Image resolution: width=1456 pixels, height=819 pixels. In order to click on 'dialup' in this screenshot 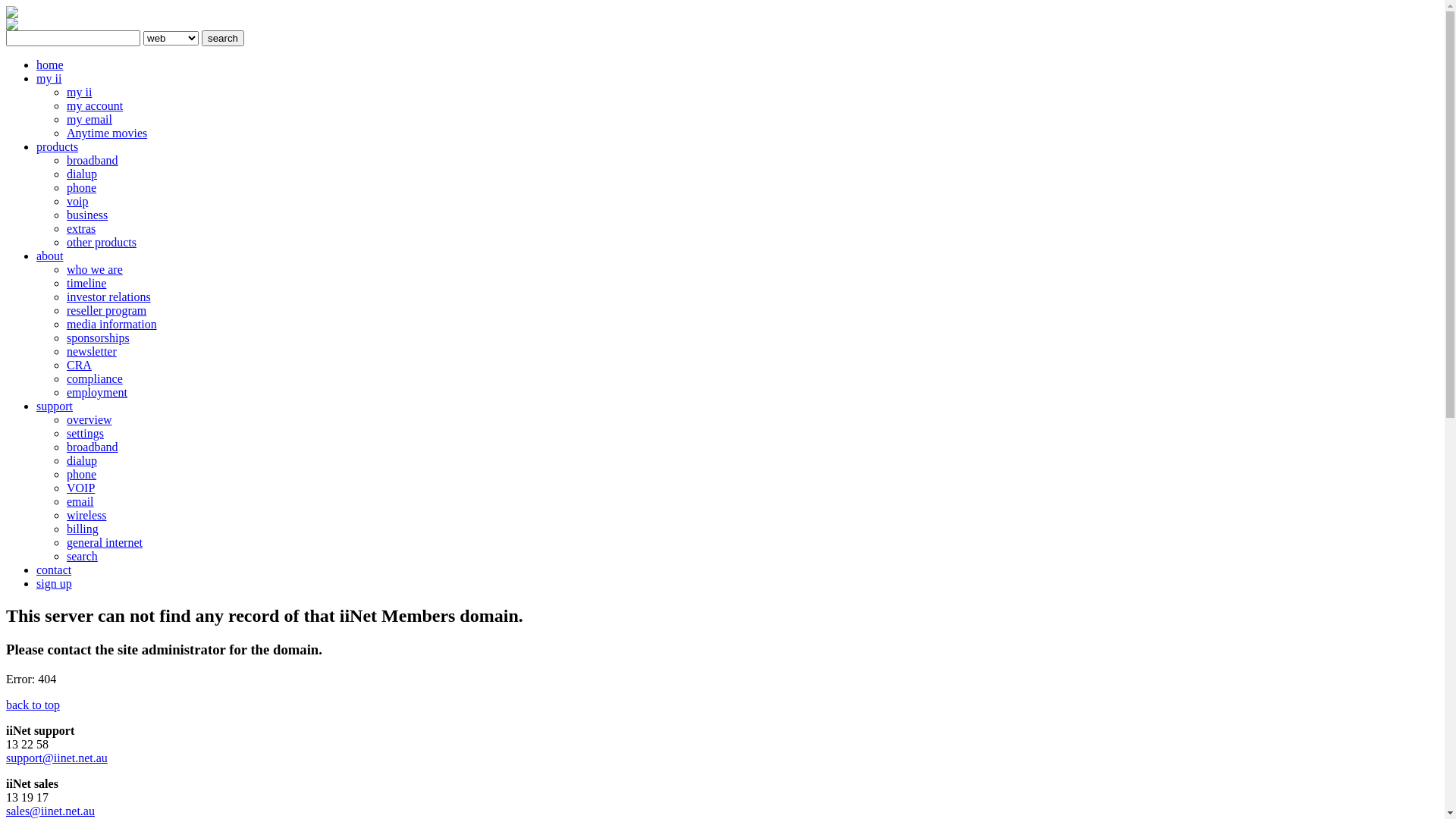, I will do `click(80, 173)`.